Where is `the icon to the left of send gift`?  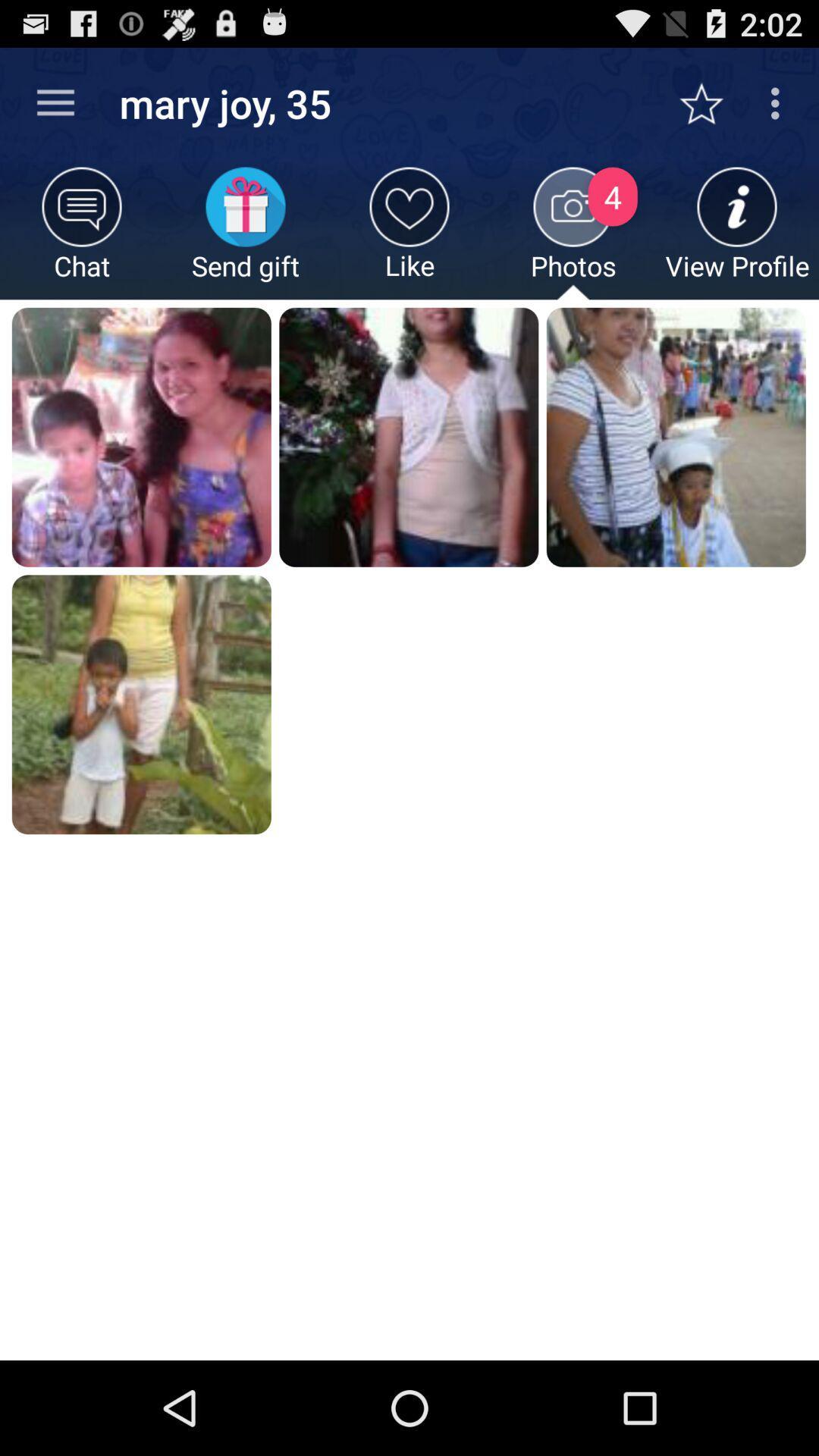
the icon to the left of send gift is located at coordinates (82, 232).